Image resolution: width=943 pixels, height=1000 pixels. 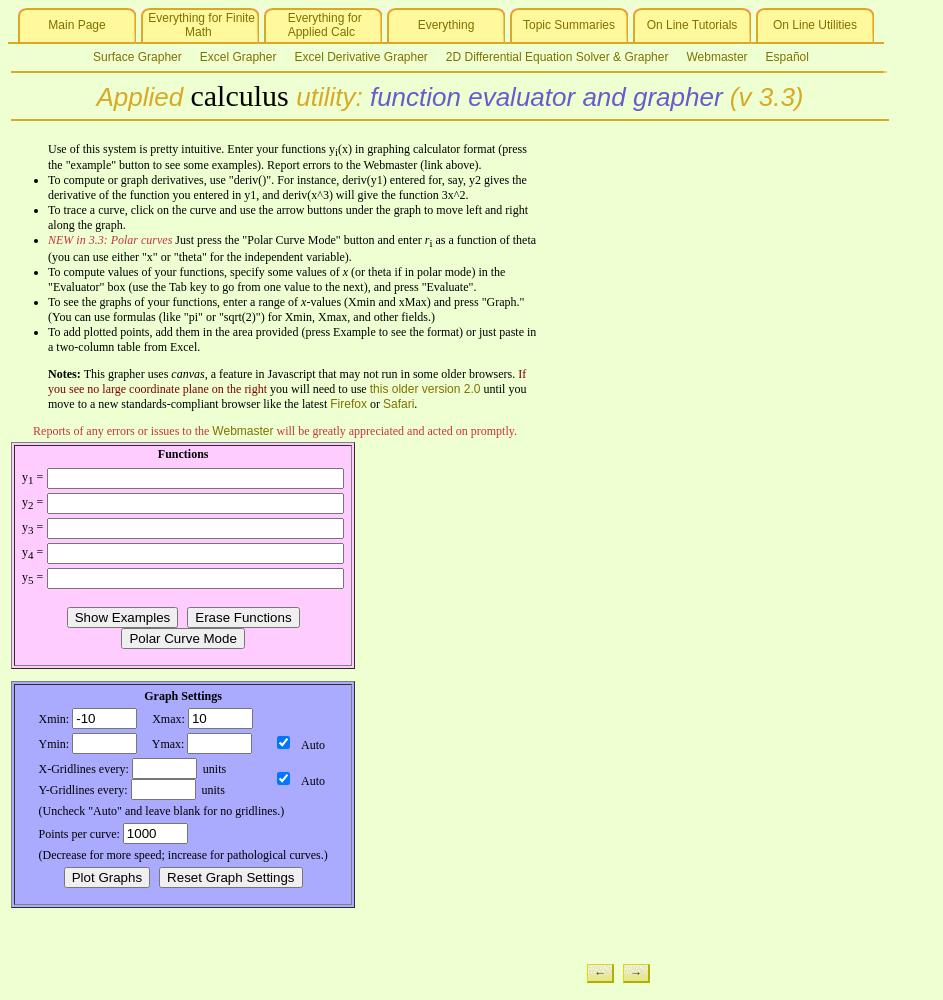 I want to click on '(Decrease for more speed; increase for pathological curves.)', so click(x=181, y=853).